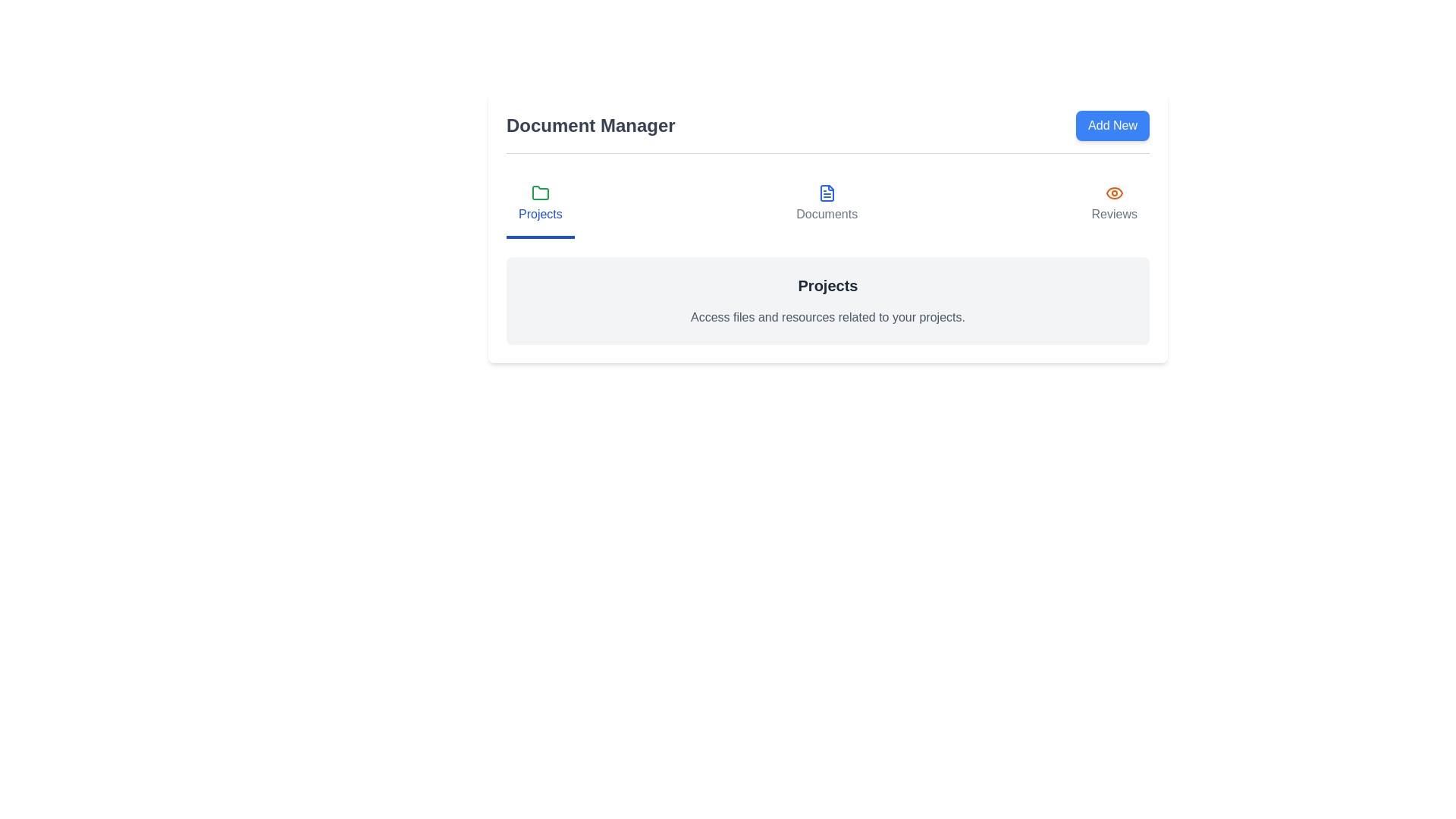 The image size is (1456, 819). Describe the element at coordinates (1112, 124) in the screenshot. I see `'Add New' button` at that location.